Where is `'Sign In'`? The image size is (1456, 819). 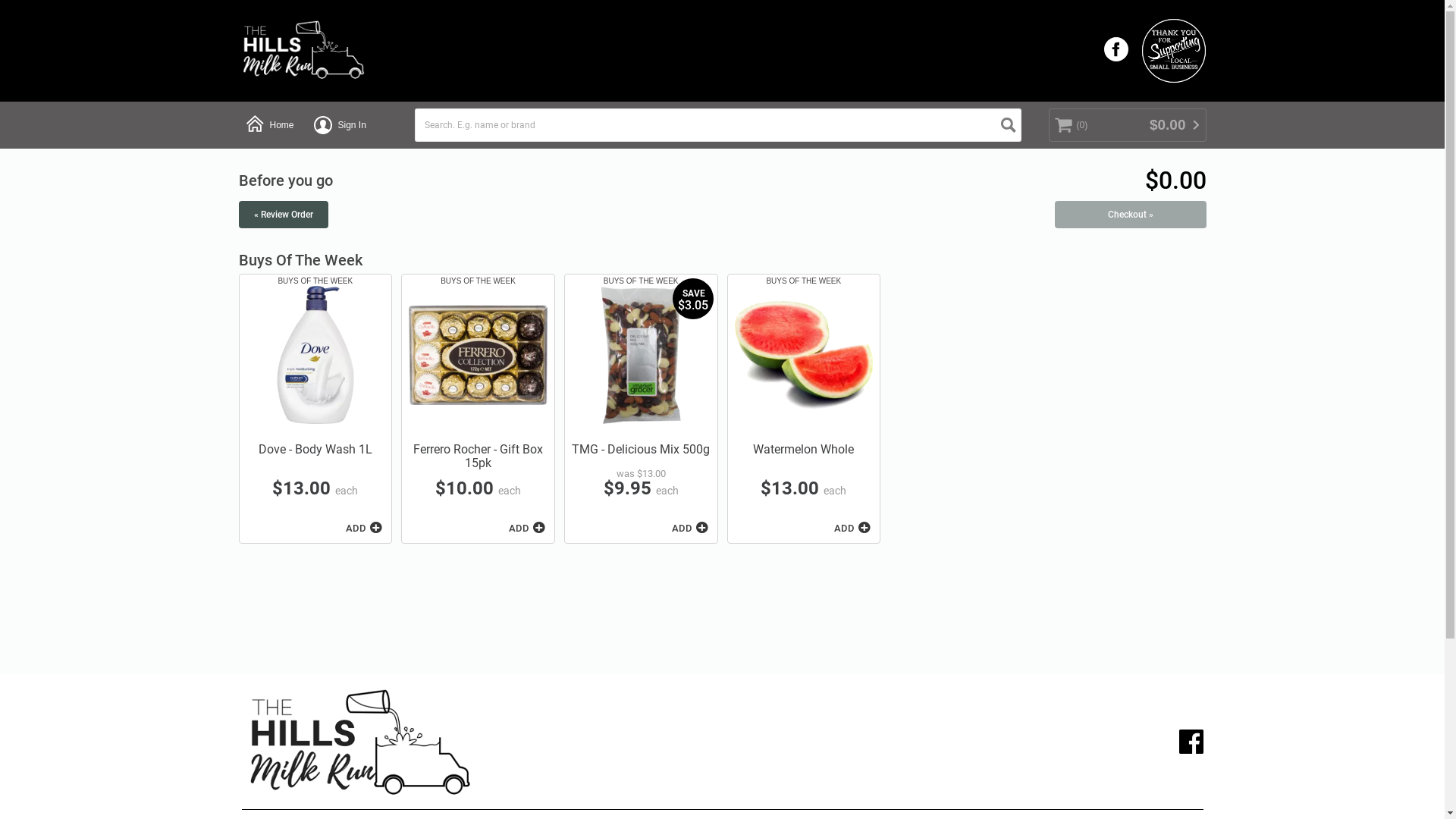
'Sign In' is located at coordinates (339, 124).